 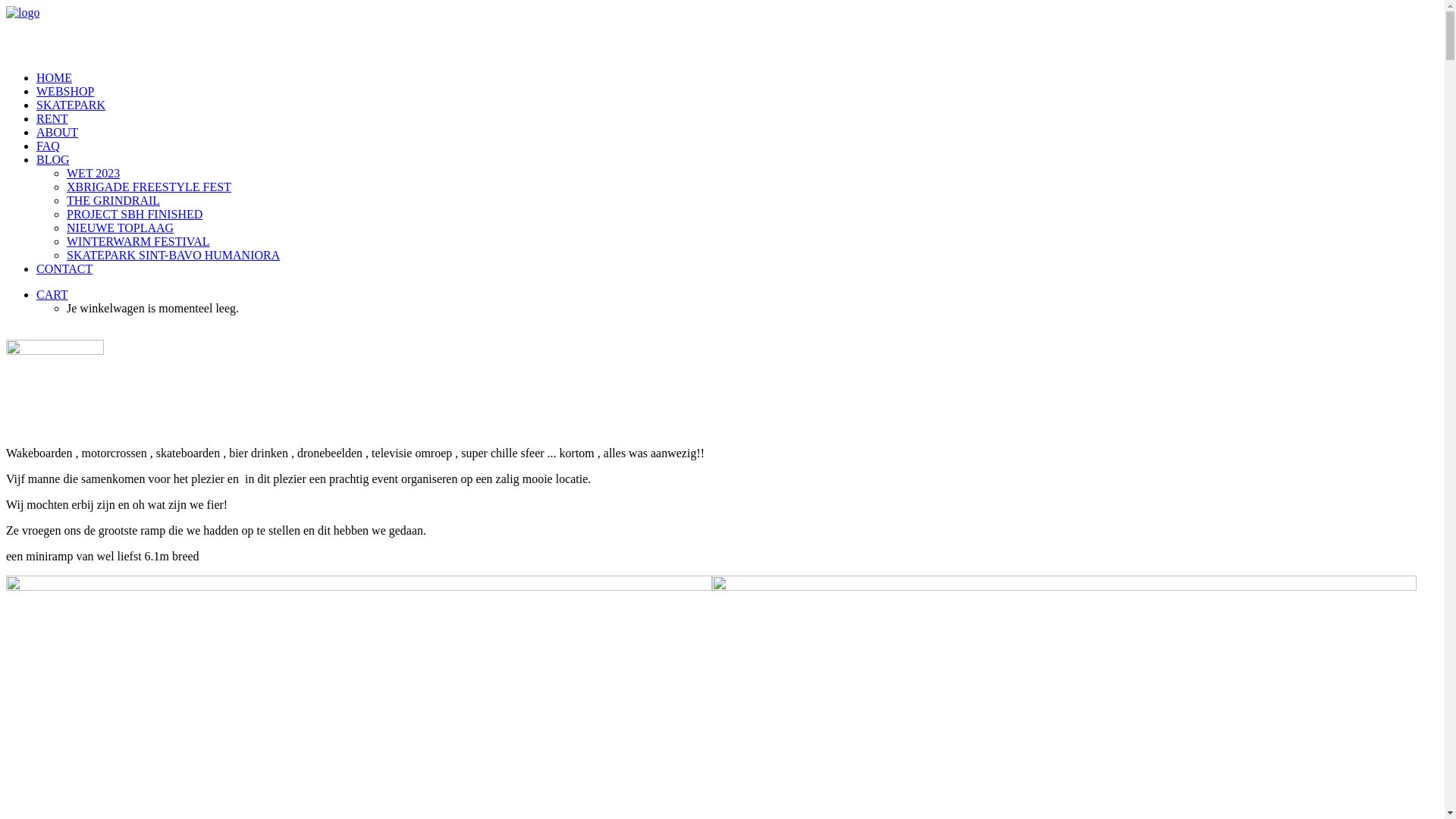 What do you see at coordinates (752, 200) in the screenshot?
I see `'THE GRINDRAIL'` at bounding box center [752, 200].